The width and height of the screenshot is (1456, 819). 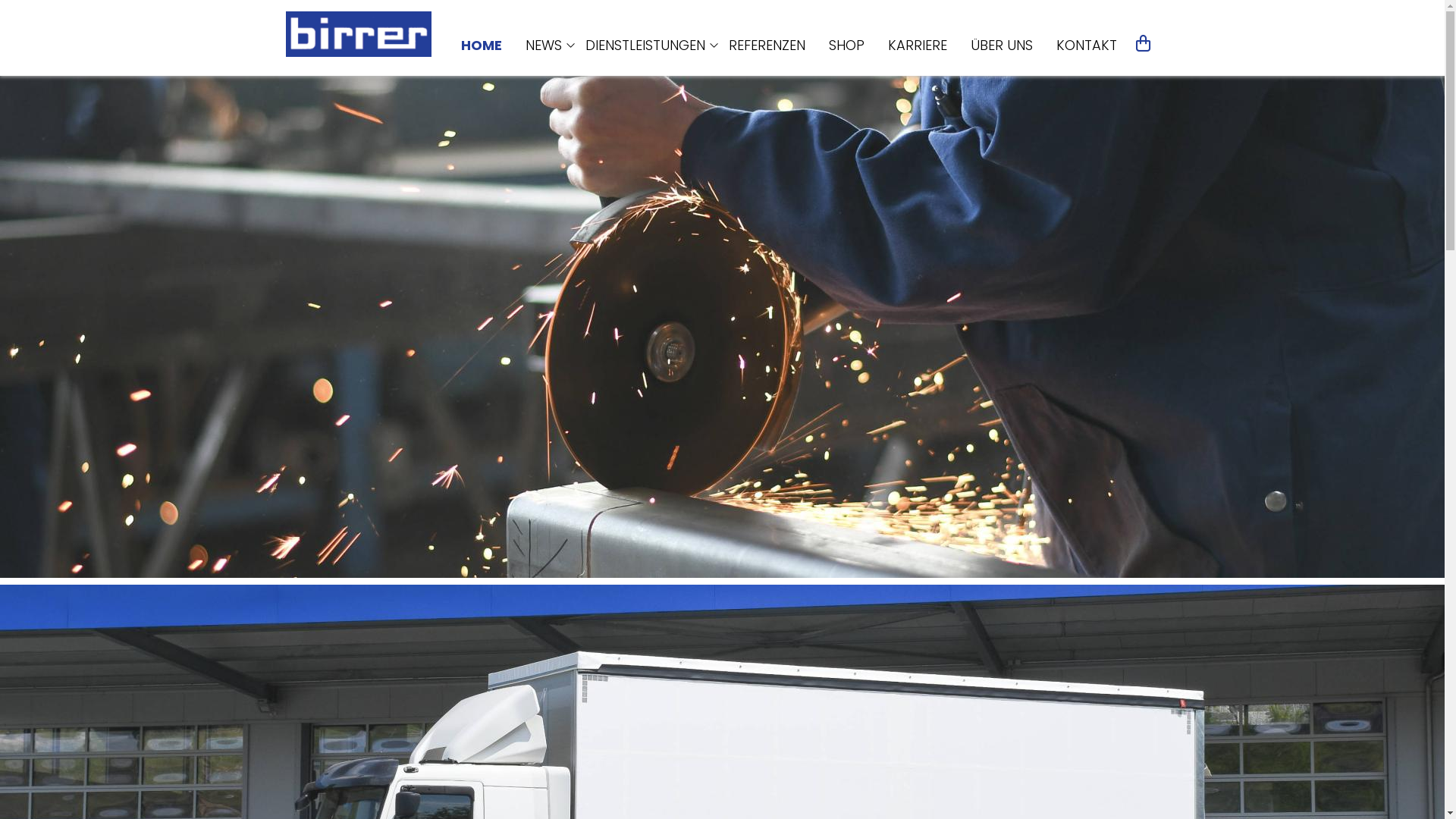 I want to click on 'DIENSTLEISTUNGEN', so click(x=645, y=44).